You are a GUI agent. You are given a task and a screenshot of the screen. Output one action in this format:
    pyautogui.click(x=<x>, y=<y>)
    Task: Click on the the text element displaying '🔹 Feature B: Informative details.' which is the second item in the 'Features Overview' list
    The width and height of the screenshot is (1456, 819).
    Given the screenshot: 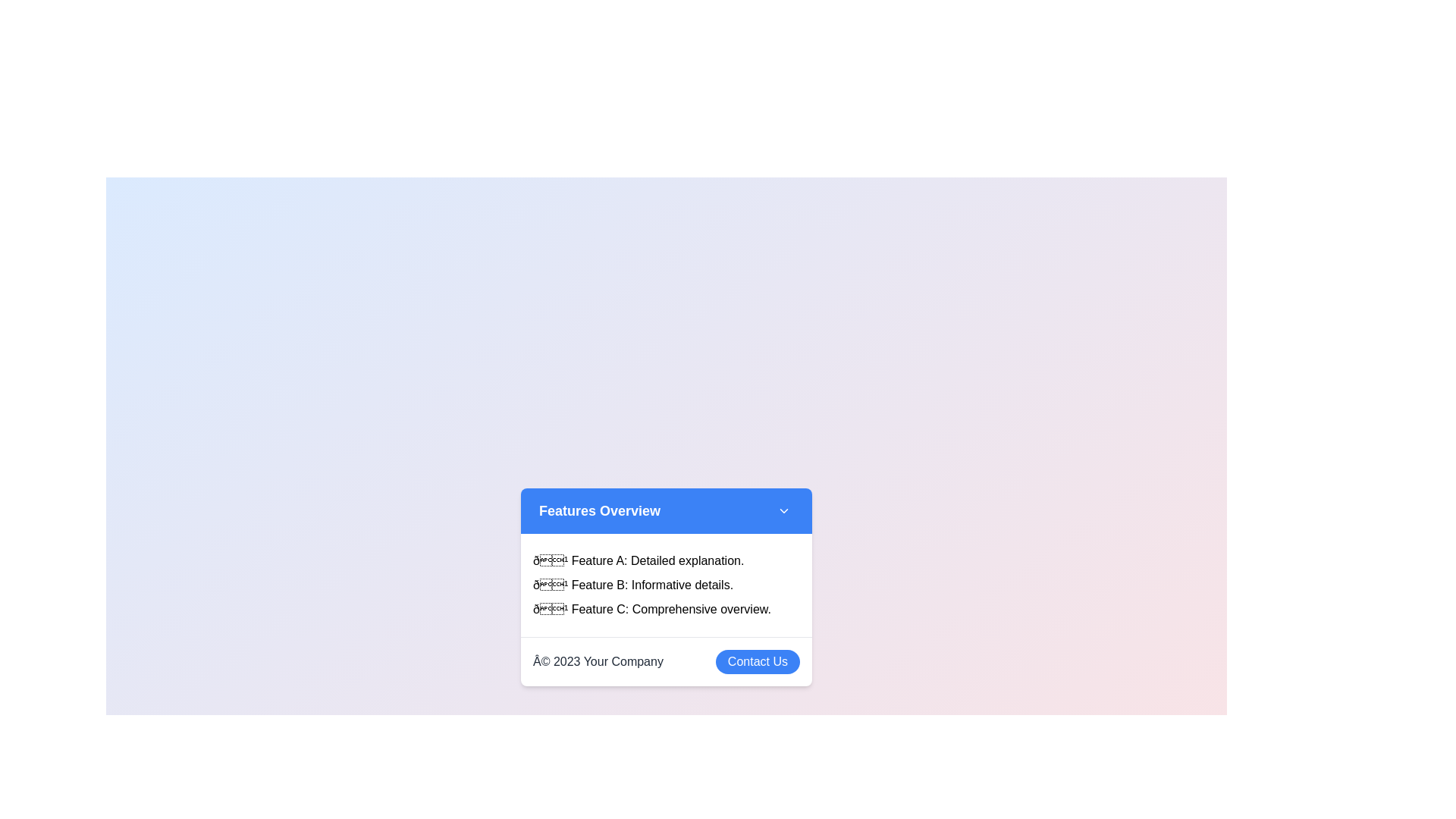 What is the action you would take?
    pyautogui.click(x=666, y=584)
    